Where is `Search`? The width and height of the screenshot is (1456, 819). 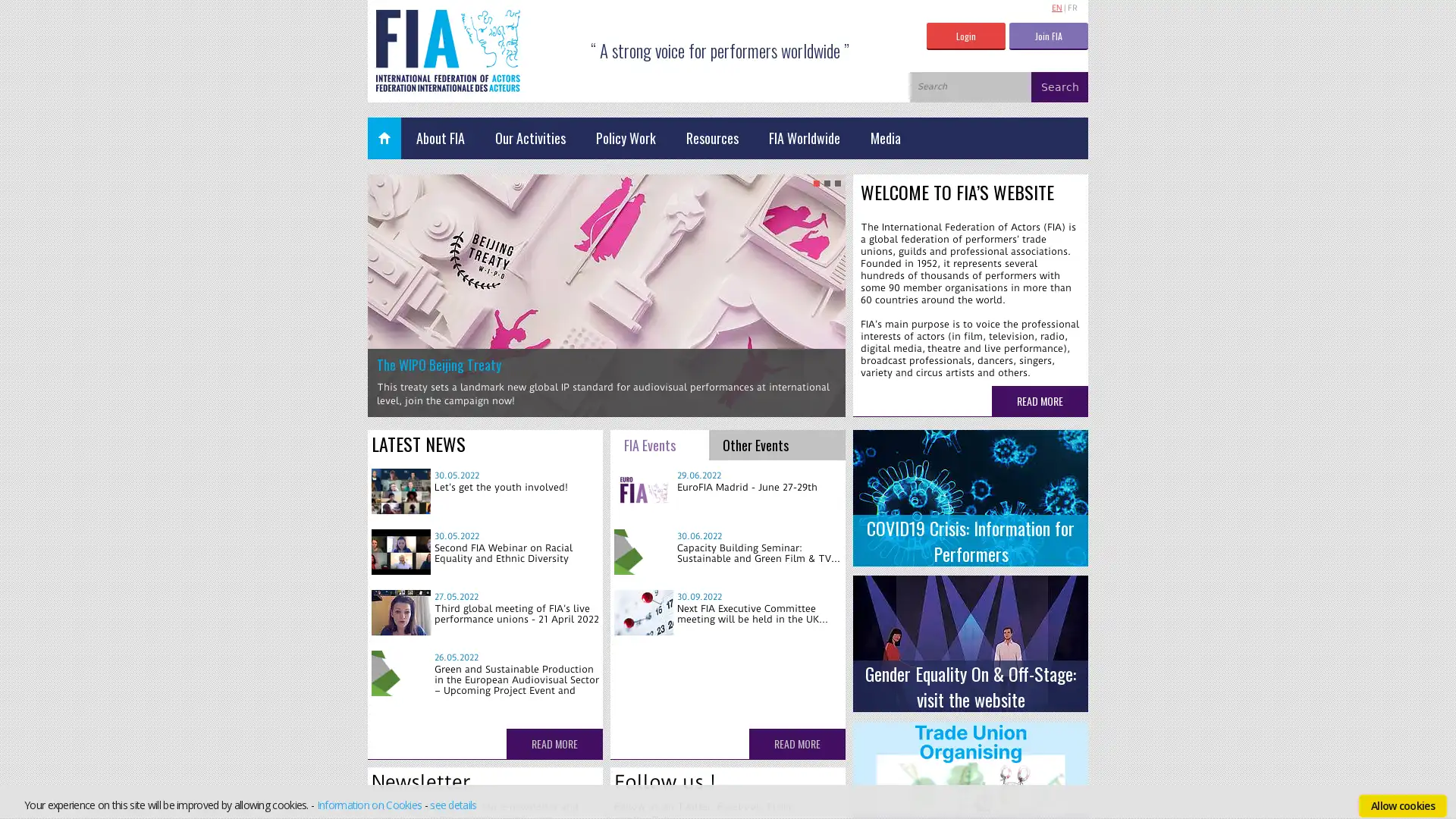
Search is located at coordinates (1059, 87).